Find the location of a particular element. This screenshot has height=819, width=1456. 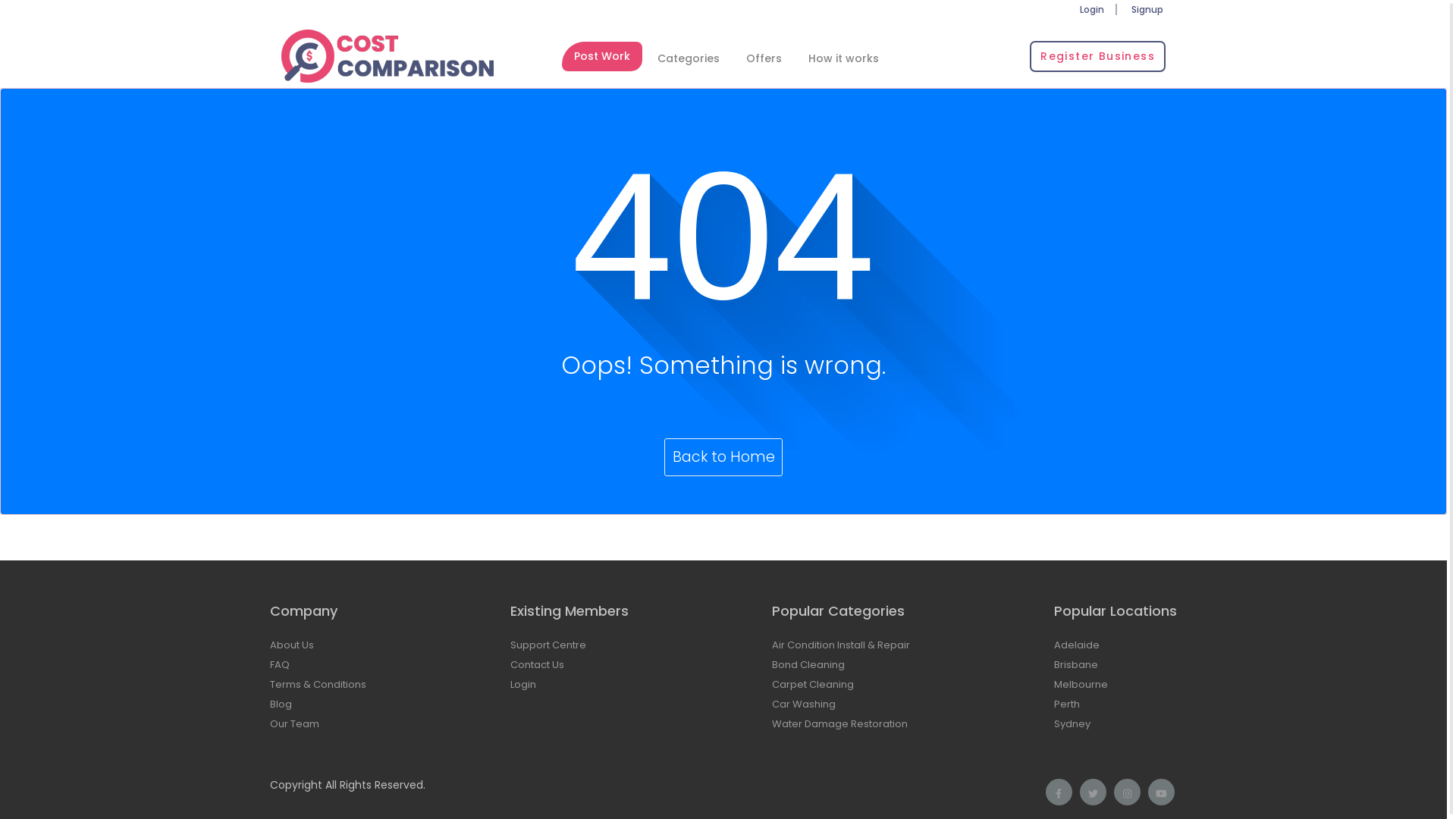

'Our Team' is located at coordinates (269, 723).